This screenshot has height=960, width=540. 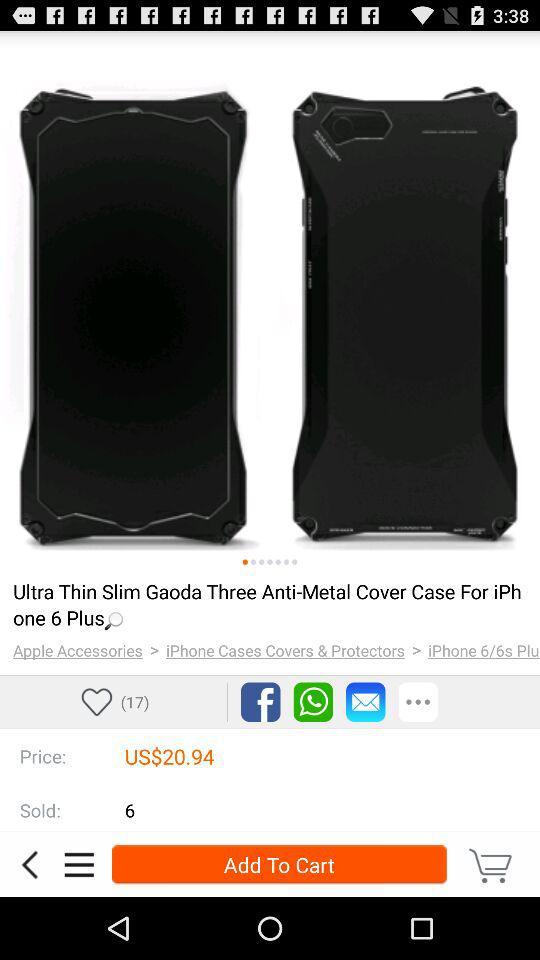 I want to click on mail, so click(x=364, y=702).